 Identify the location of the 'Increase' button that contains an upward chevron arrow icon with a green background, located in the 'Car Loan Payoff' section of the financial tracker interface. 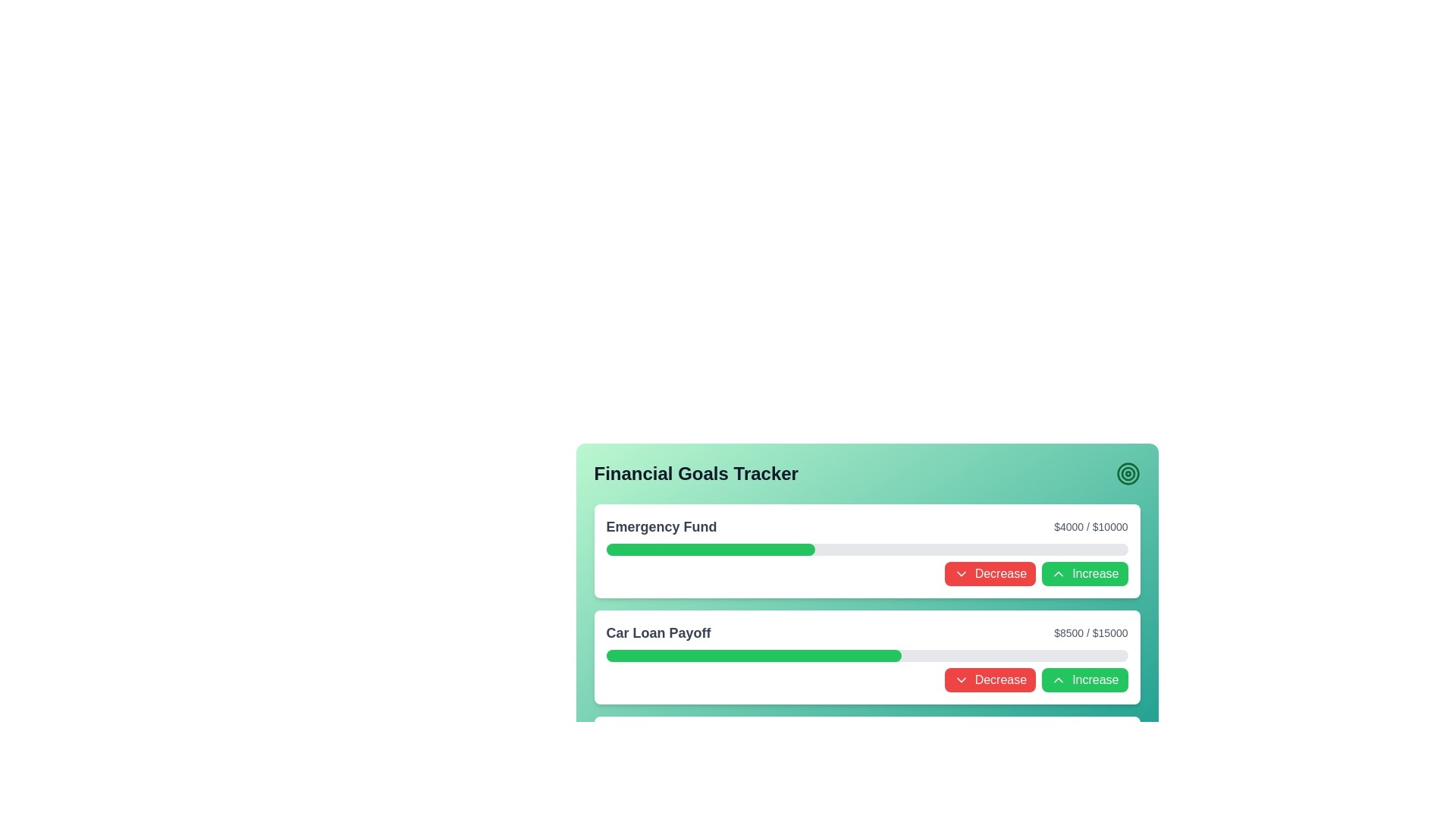
(1058, 679).